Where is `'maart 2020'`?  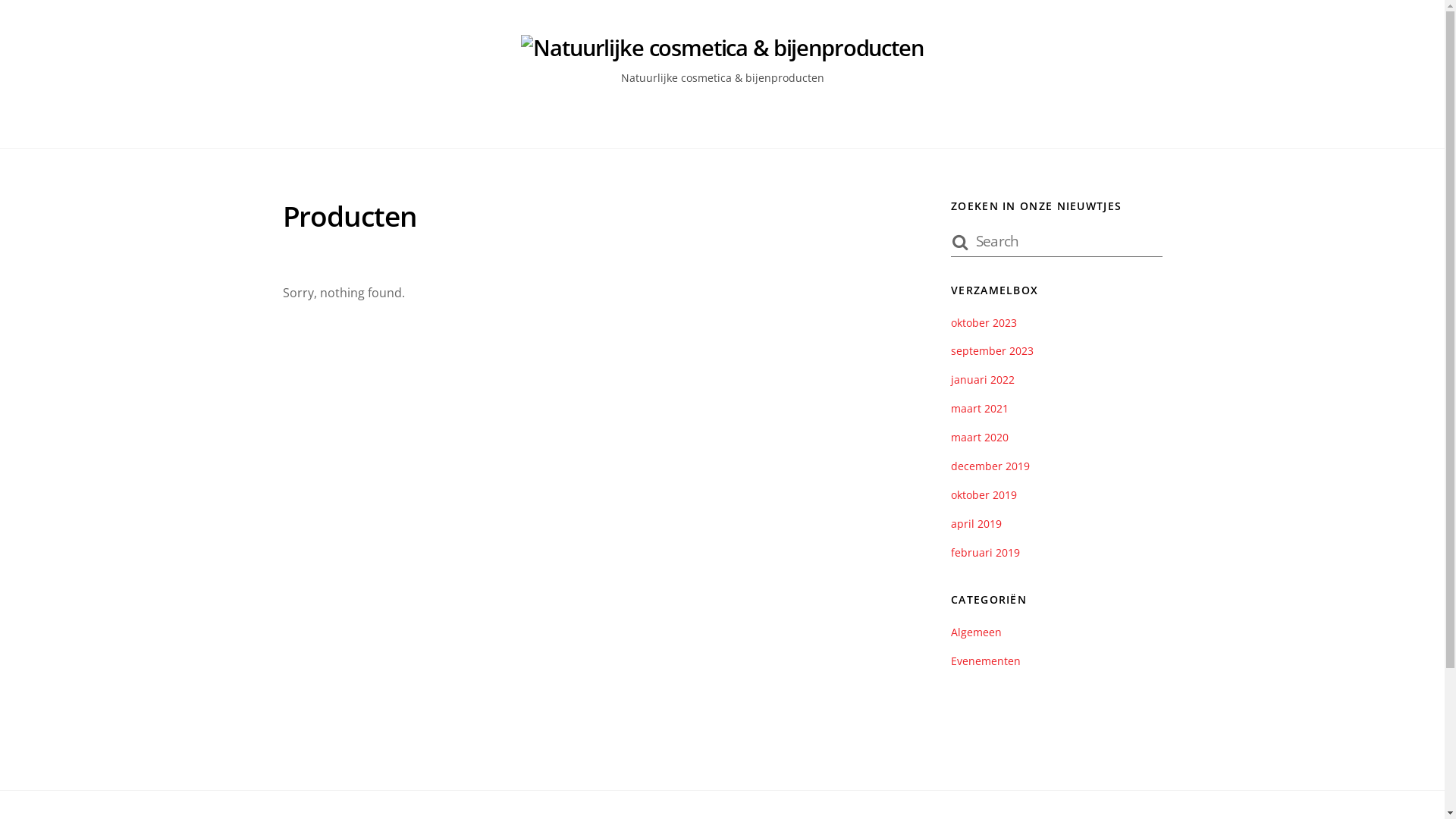
'maart 2020' is located at coordinates (949, 437).